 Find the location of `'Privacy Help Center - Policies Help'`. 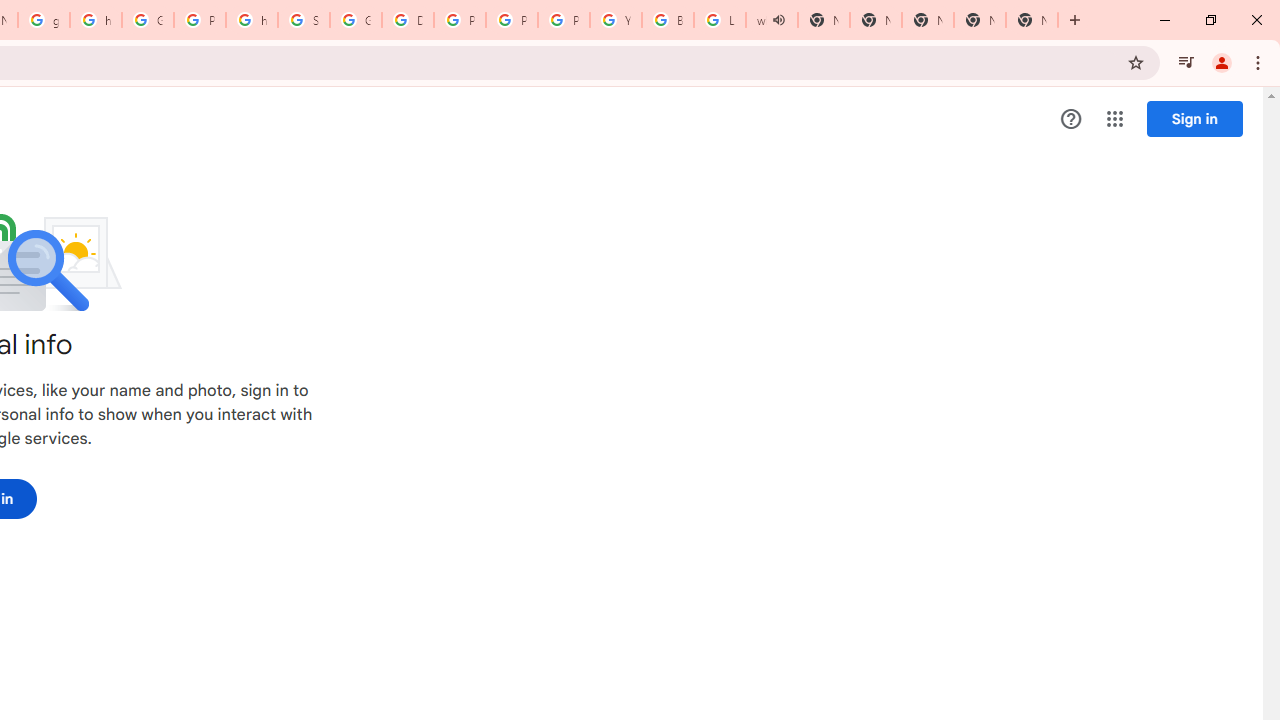

'Privacy Help Center - Policies Help' is located at coordinates (459, 20).